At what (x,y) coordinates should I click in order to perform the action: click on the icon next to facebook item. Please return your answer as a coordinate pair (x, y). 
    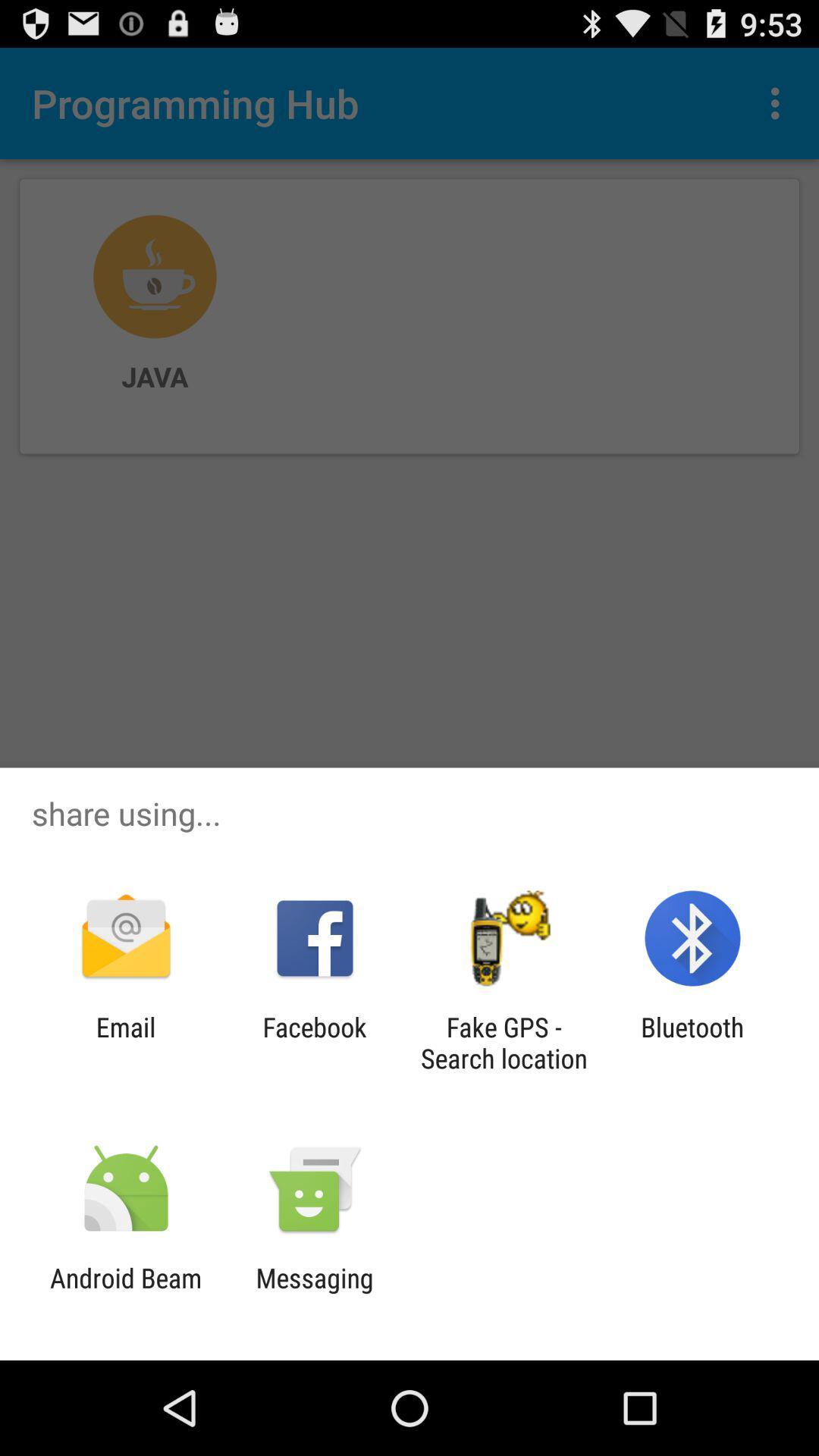
    Looking at the image, I should click on (125, 1042).